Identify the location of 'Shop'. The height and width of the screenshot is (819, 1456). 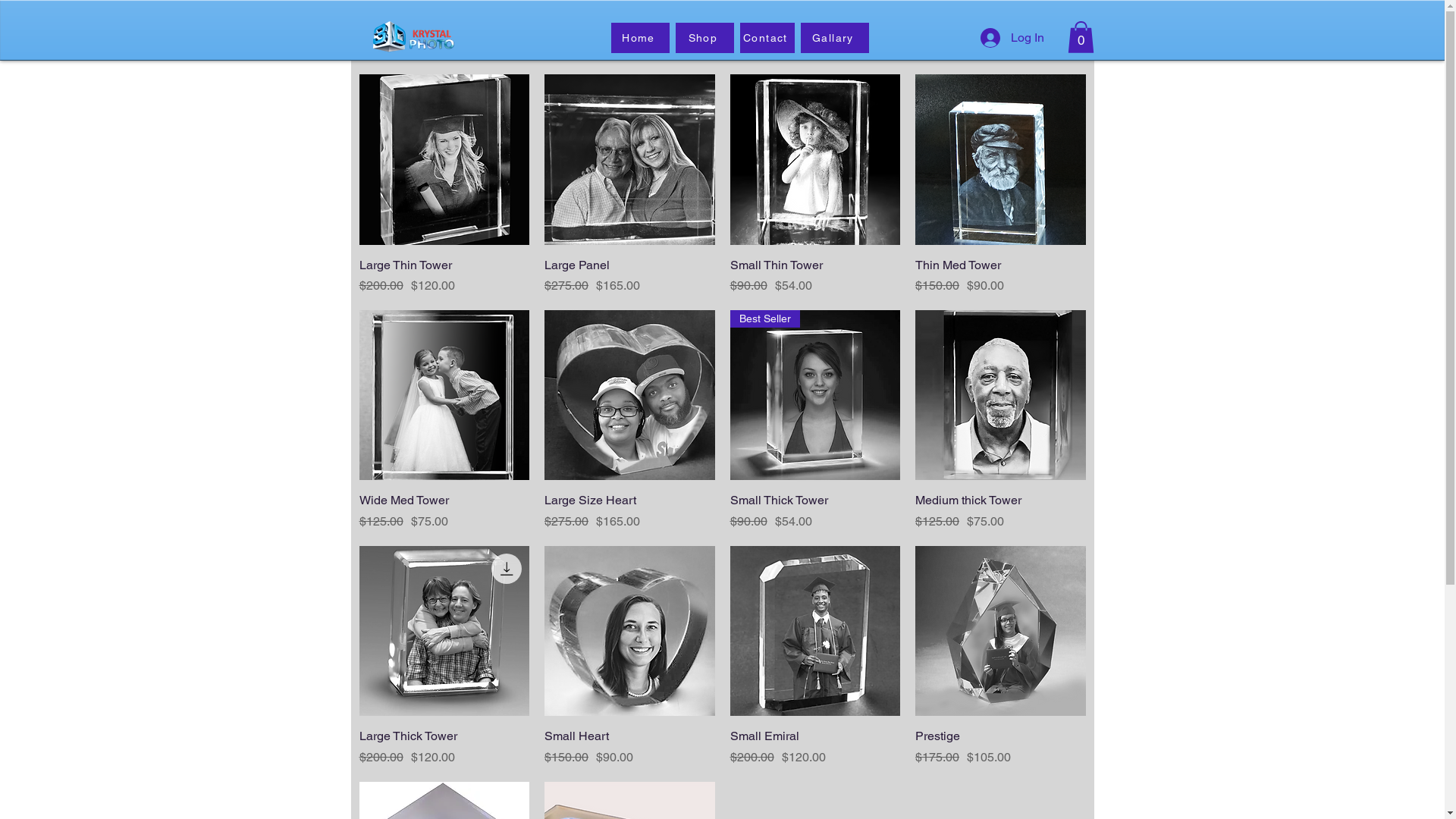
(703, 37).